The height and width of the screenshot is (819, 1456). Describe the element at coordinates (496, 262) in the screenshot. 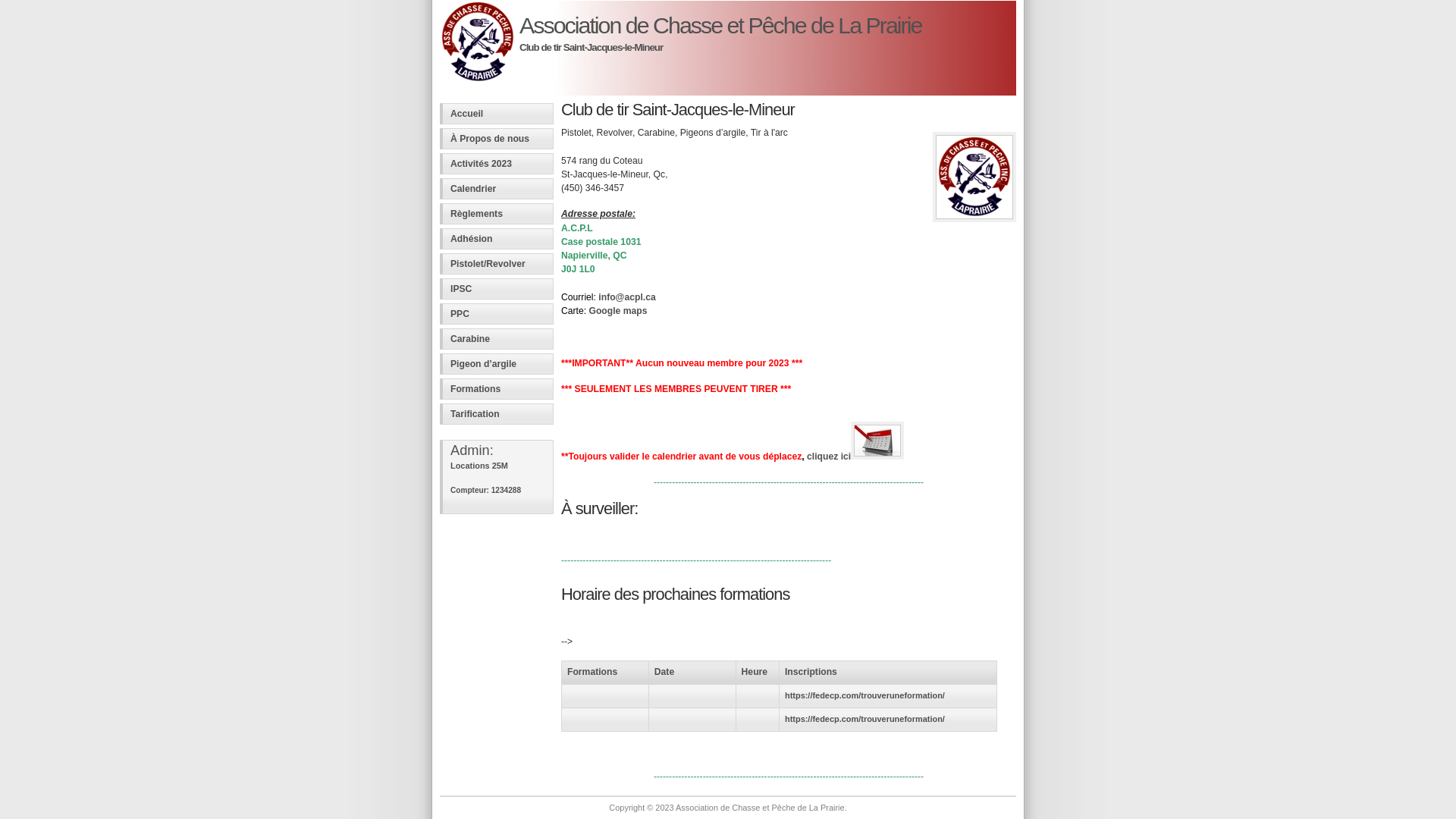

I see `'Pistolet/Revolver'` at that location.